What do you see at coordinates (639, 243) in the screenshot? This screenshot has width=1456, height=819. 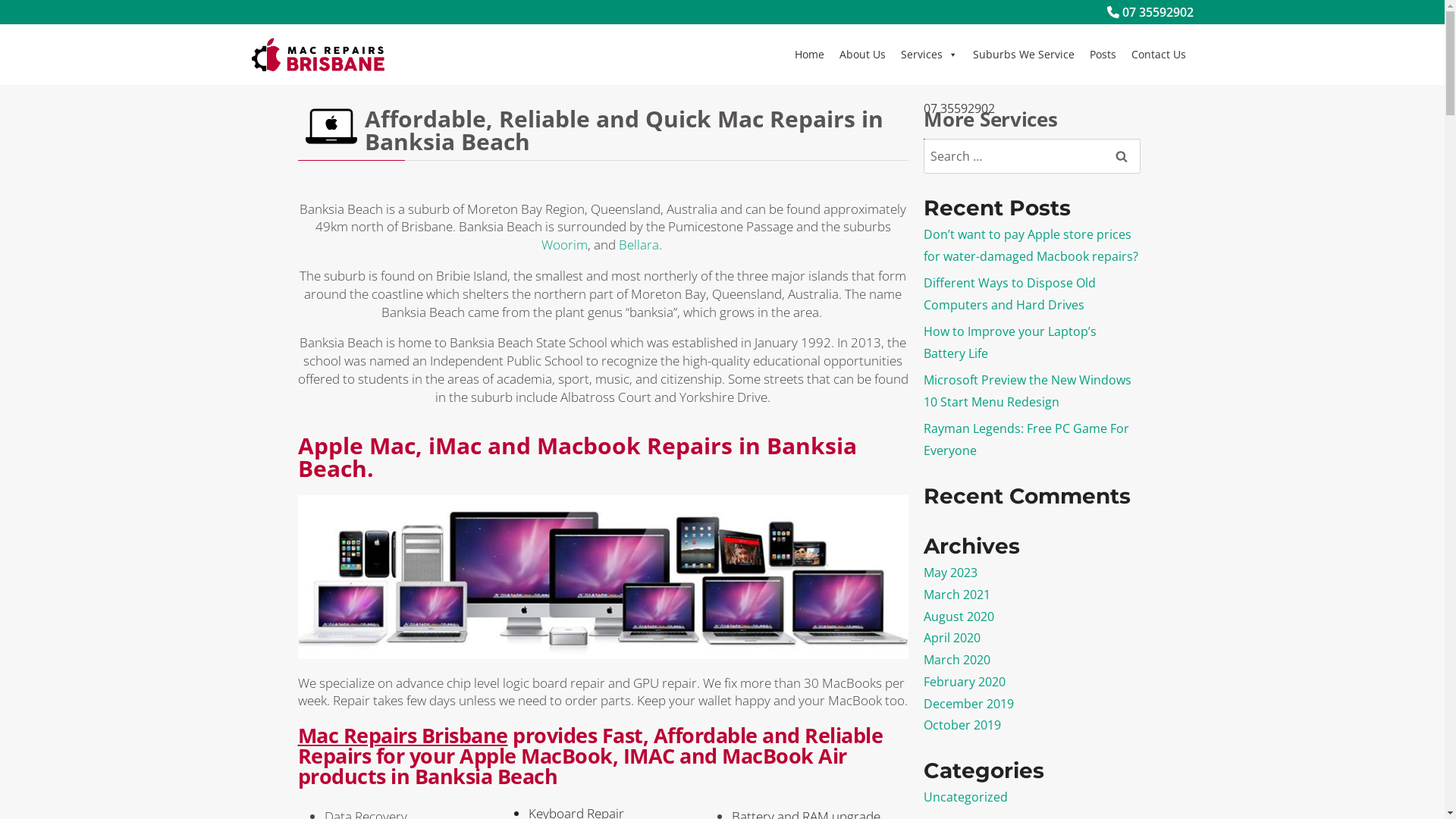 I see `'Bellara'` at bounding box center [639, 243].